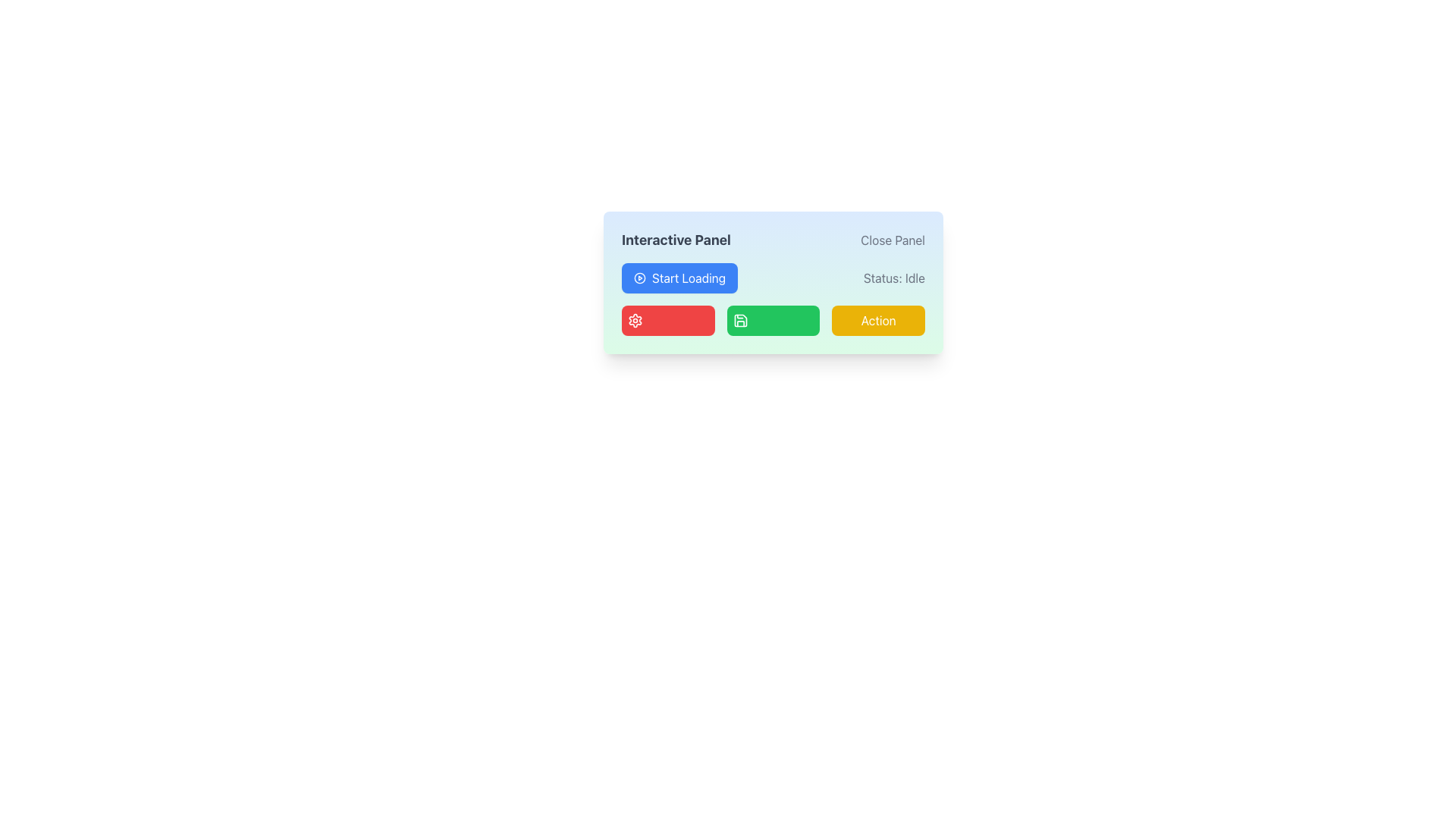 This screenshot has height=819, width=1456. What do you see at coordinates (878, 320) in the screenshot?
I see `the bright yellow button labeled 'Action', which is the third button in a row of three` at bounding box center [878, 320].